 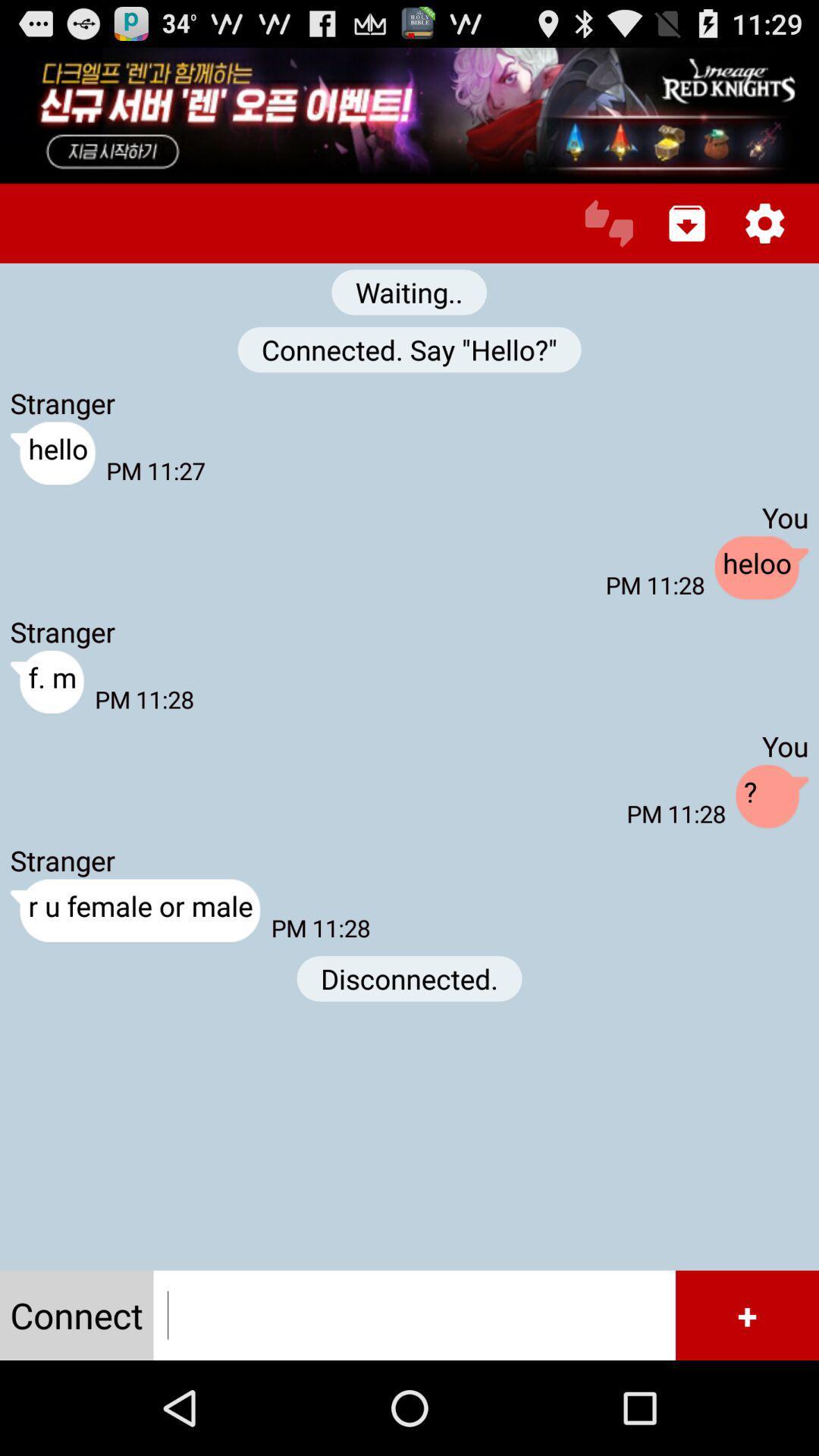 I want to click on settings, so click(x=764, y=222).